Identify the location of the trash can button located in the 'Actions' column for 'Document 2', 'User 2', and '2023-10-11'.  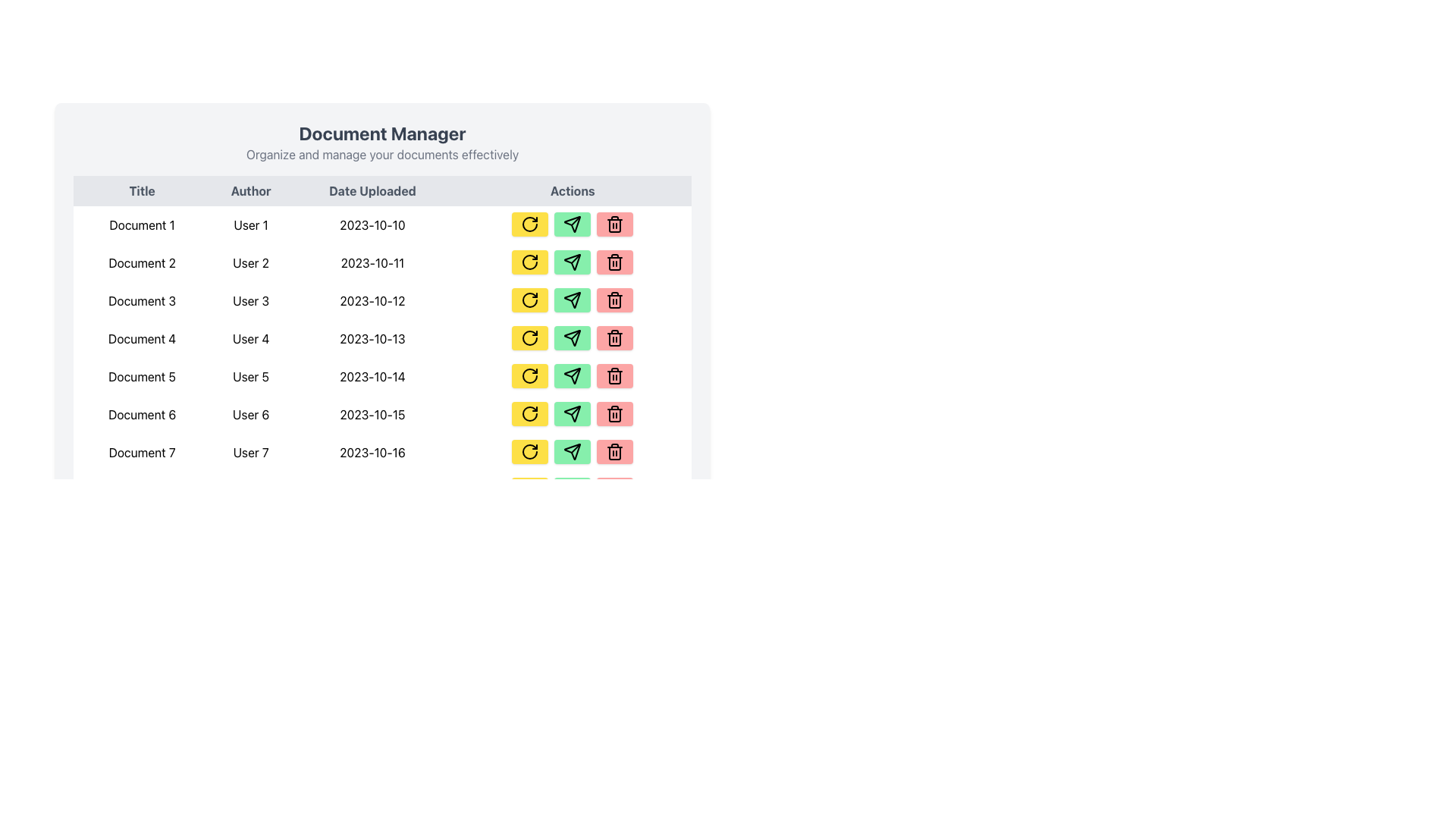
(615, 262).